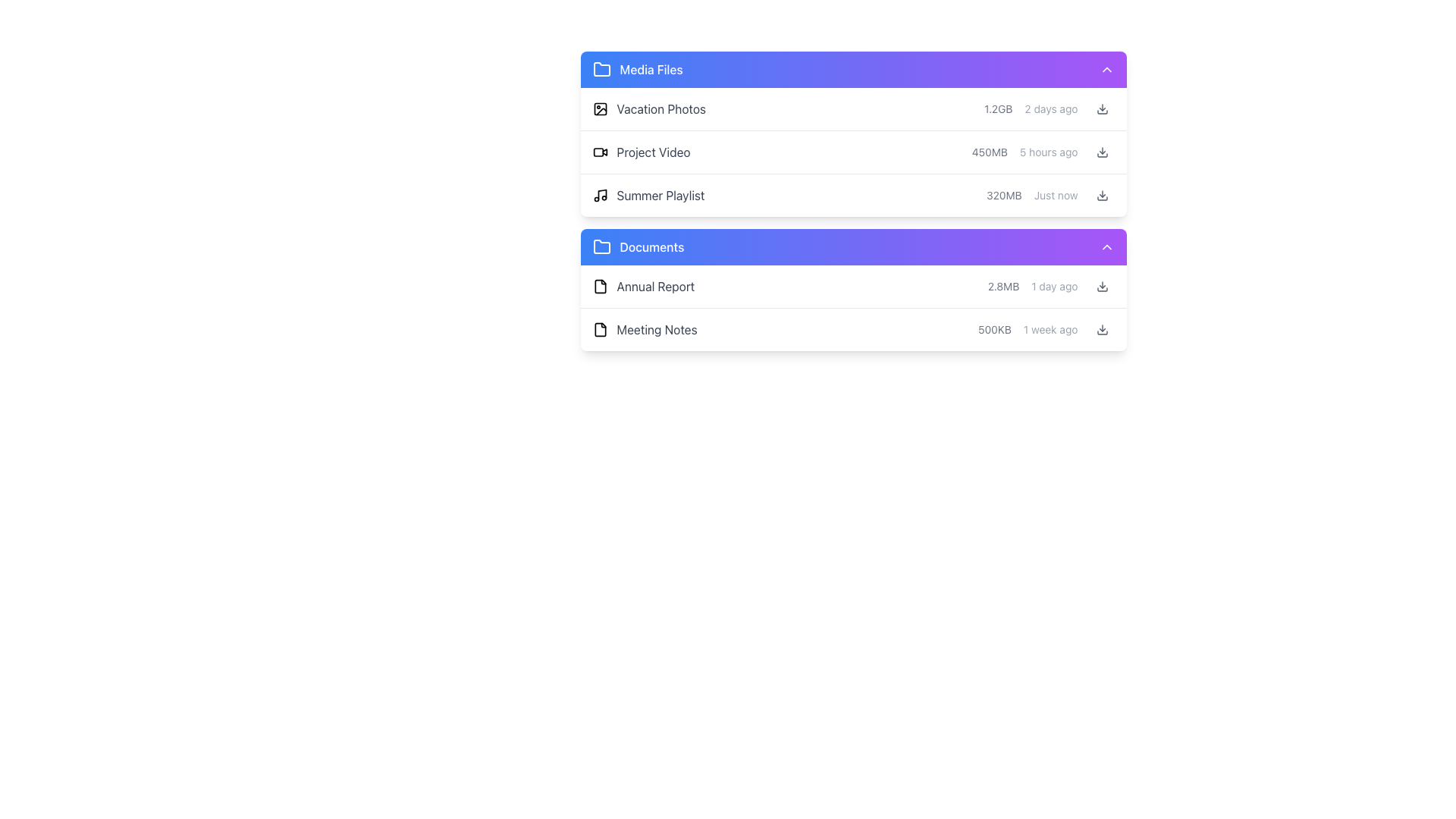 The height and width of the screenshot is (819, 1456). Describe the element at coordinates (990, 152) in the screenshot. I see `the Text label that displays the size of the file associated with 'Project Video', located in the second row of the 'Media Files' section, to the right of 'Project Video' and before the timestamp '5 hours ago'` at that location.